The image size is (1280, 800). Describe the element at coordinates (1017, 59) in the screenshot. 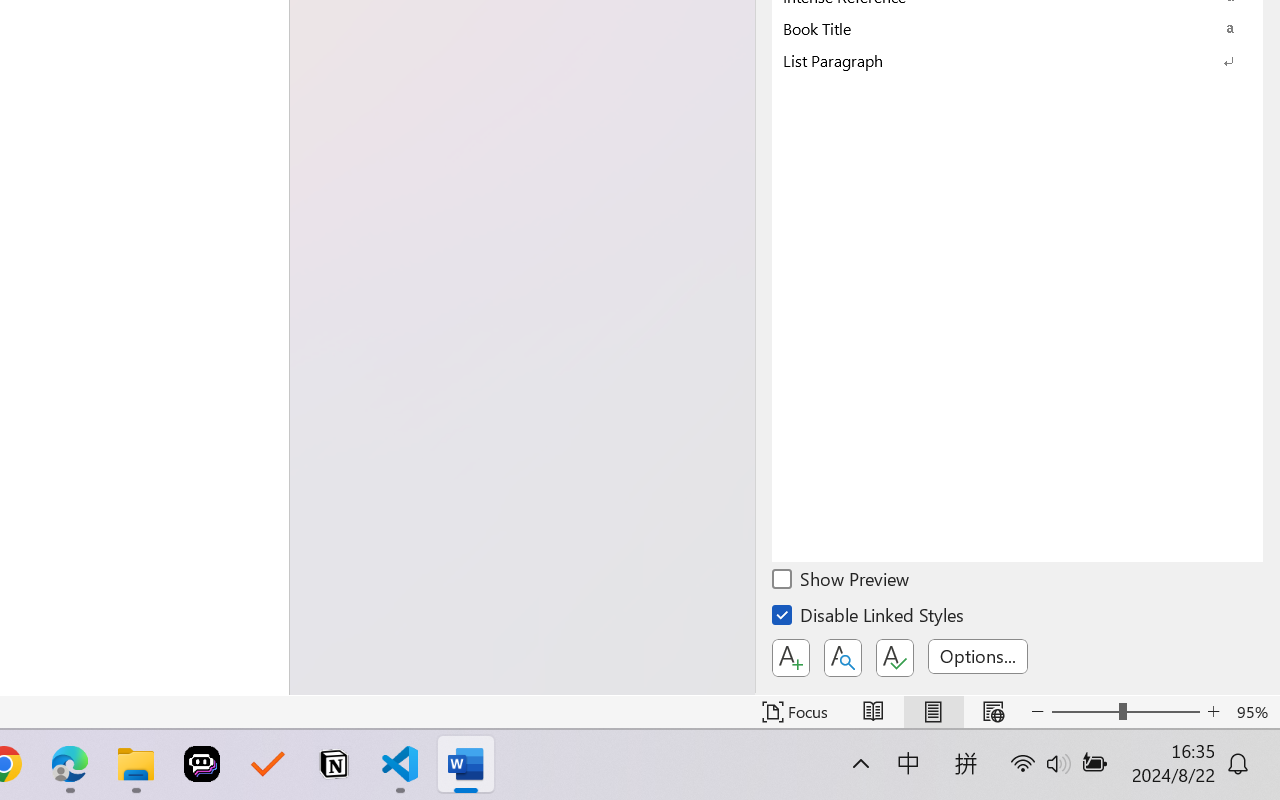

I see `'List Paragraph'` at that location.